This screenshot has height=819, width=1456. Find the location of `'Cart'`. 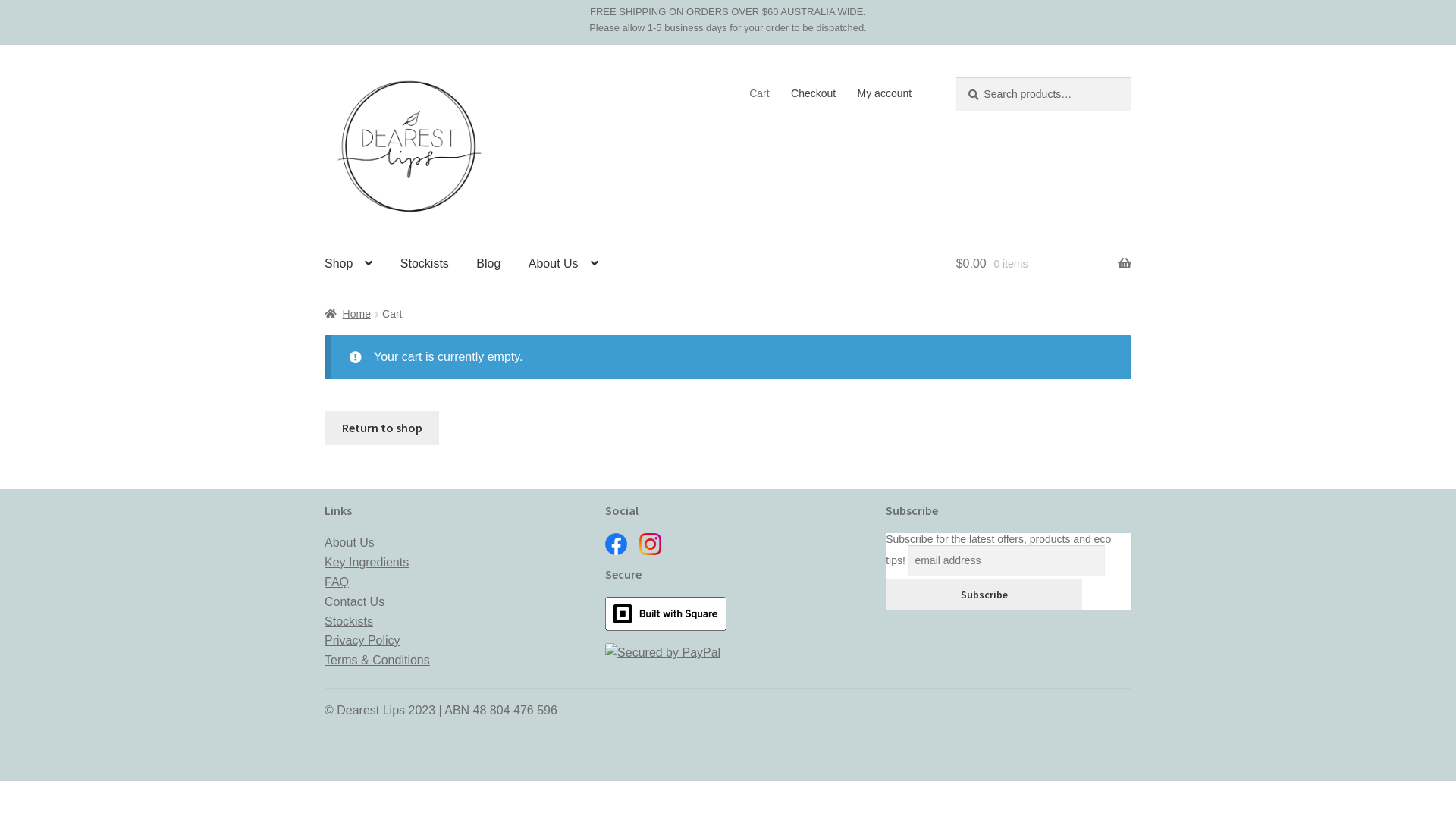

'Cart' is located at coordinates (759, 93).